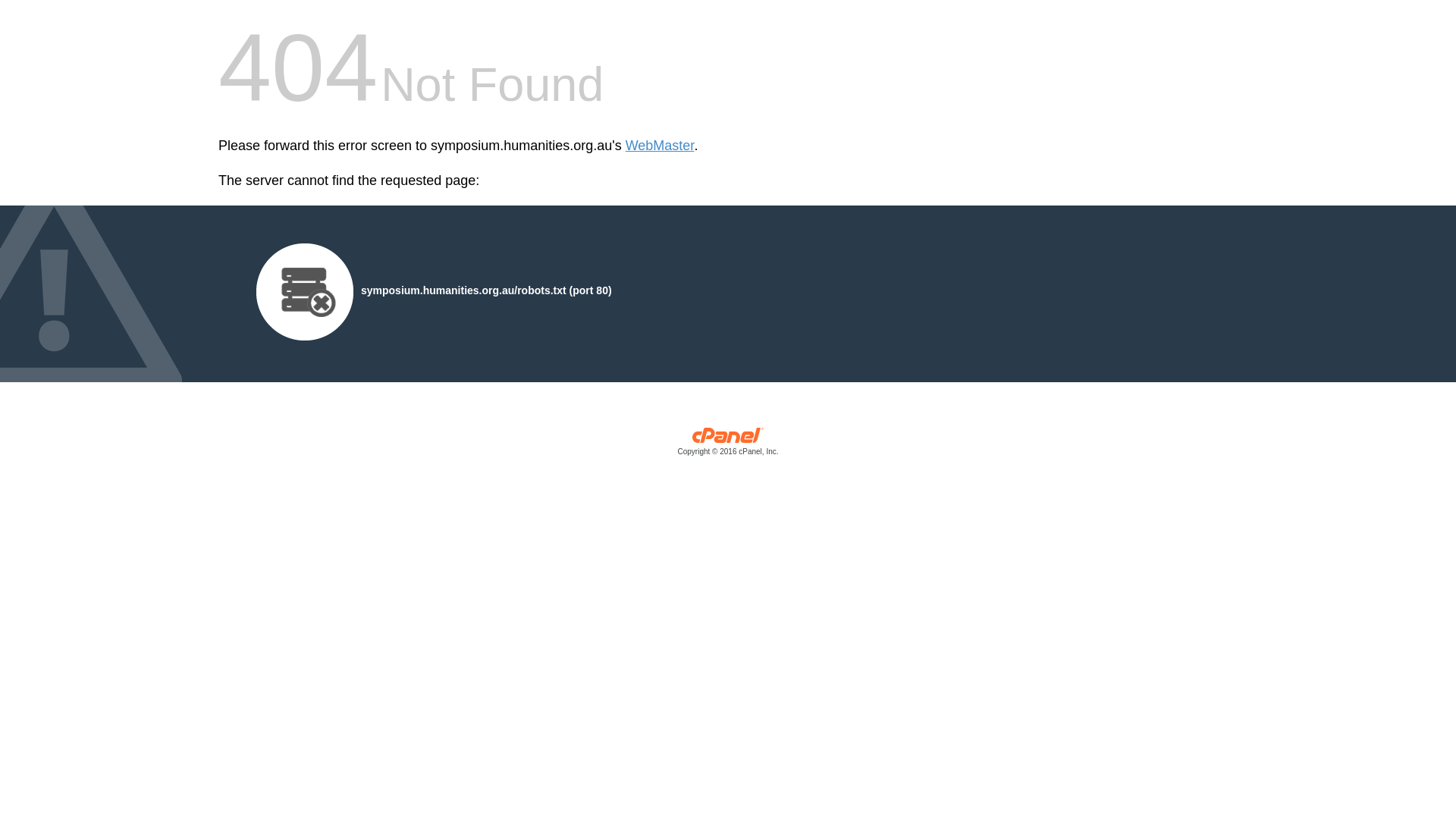  What do you see at coordinates (660, 146) in the screenshot?
I see `'WebMaster'` at bounding box center [660, 146].